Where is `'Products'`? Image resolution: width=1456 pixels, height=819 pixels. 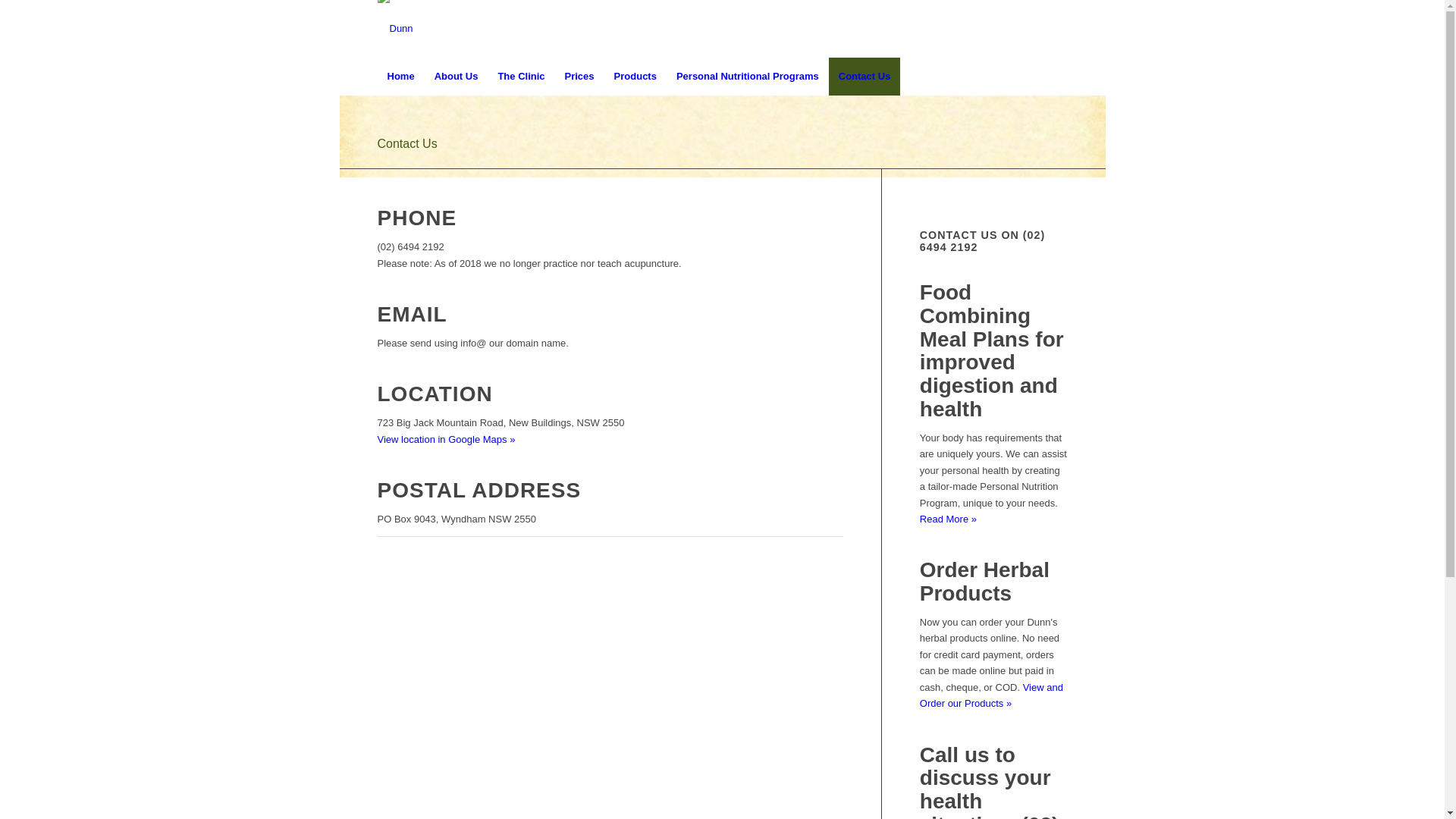 'Products' is located at coordinates (603, 76).